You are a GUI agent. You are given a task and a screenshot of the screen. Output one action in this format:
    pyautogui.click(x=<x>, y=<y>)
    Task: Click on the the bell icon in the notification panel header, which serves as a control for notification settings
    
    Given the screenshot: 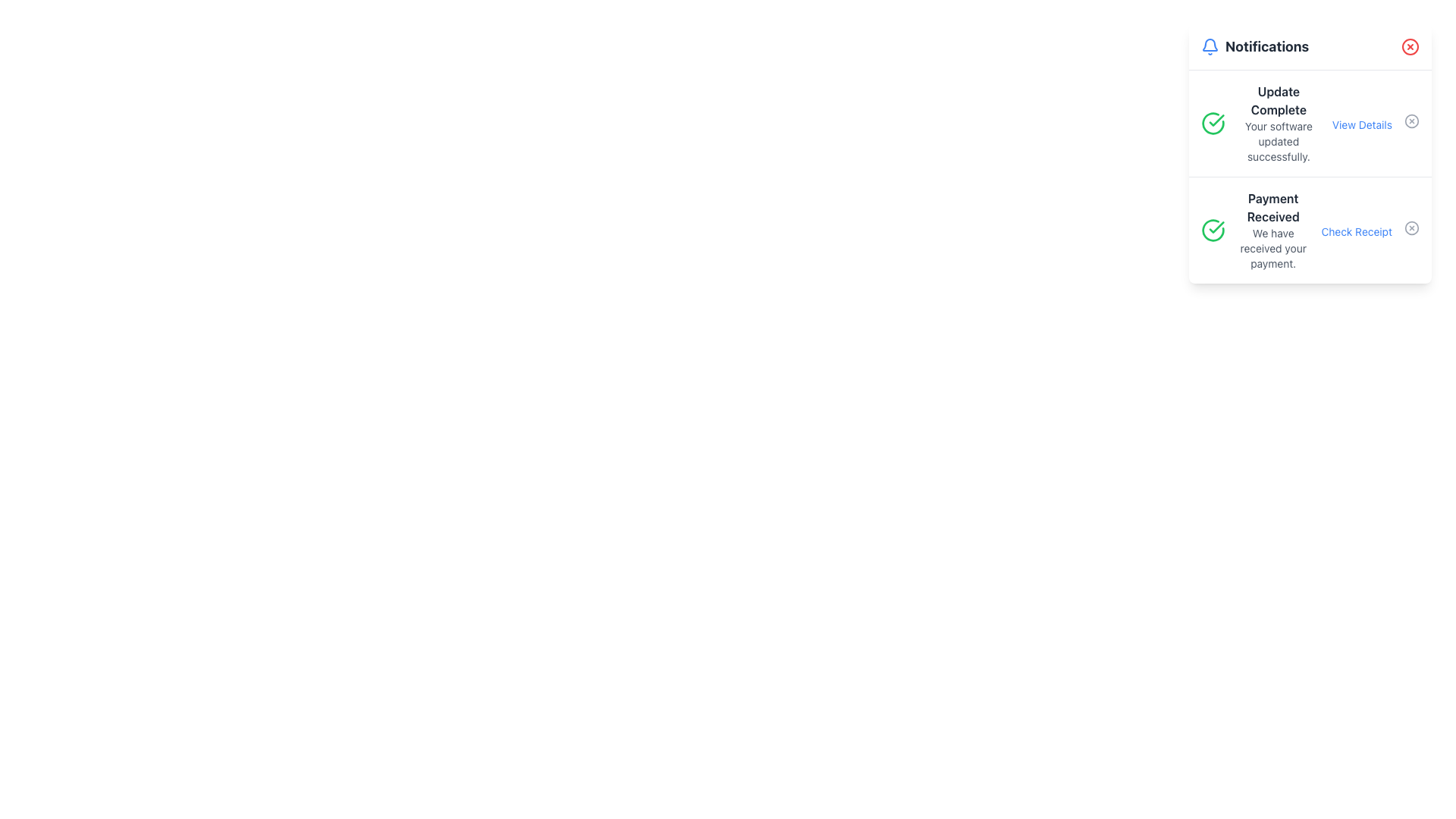 What is the action you would take?
    pyautogui.click(x=1210, y=44)
    